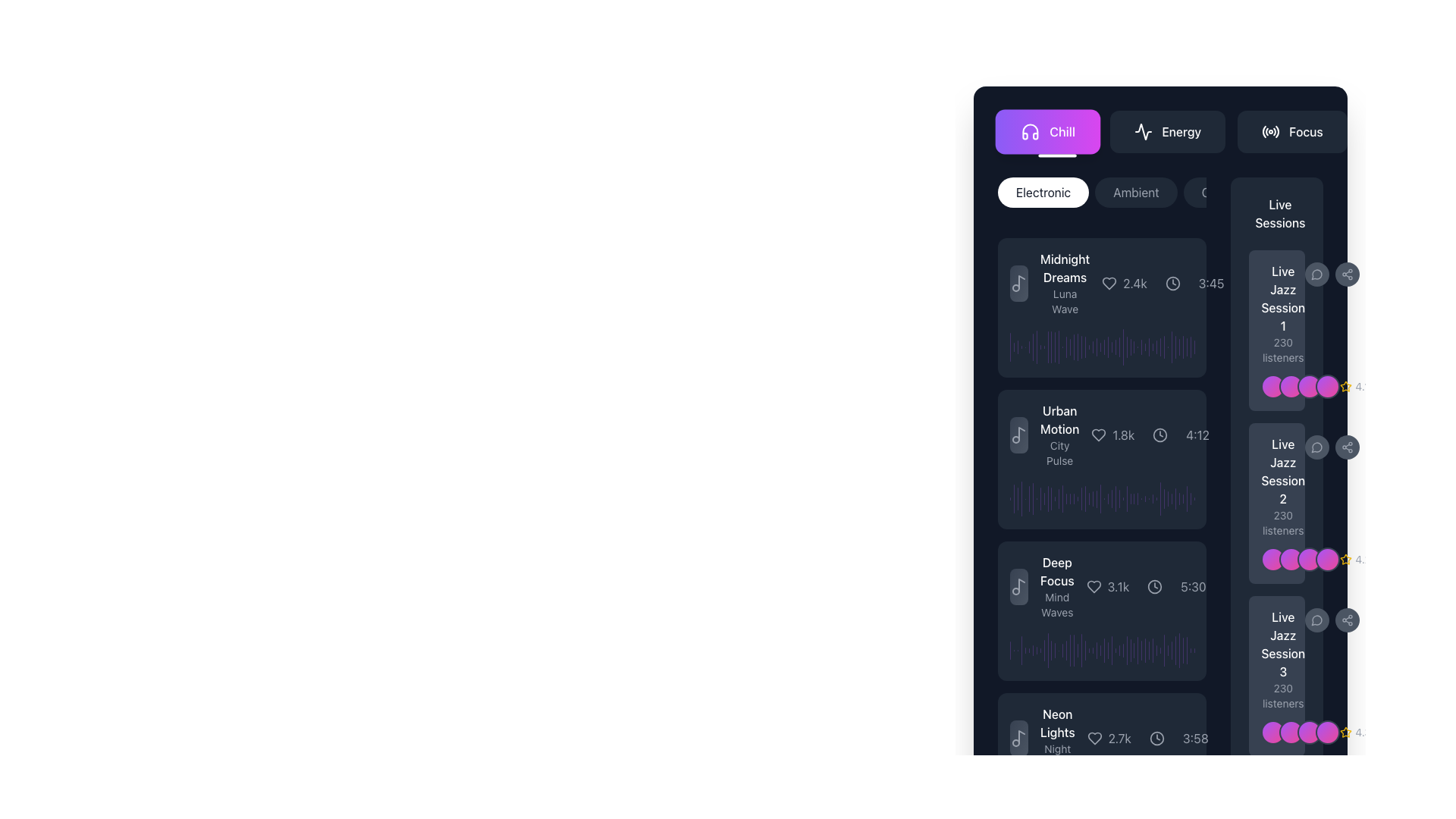 The height and width of the screenshot is (819, 1456). What do you see at coordinates (1065, 649) in the screenshot?
I see `the 16th vertical bar in the bar chart` at bounding box center [1065, 649].